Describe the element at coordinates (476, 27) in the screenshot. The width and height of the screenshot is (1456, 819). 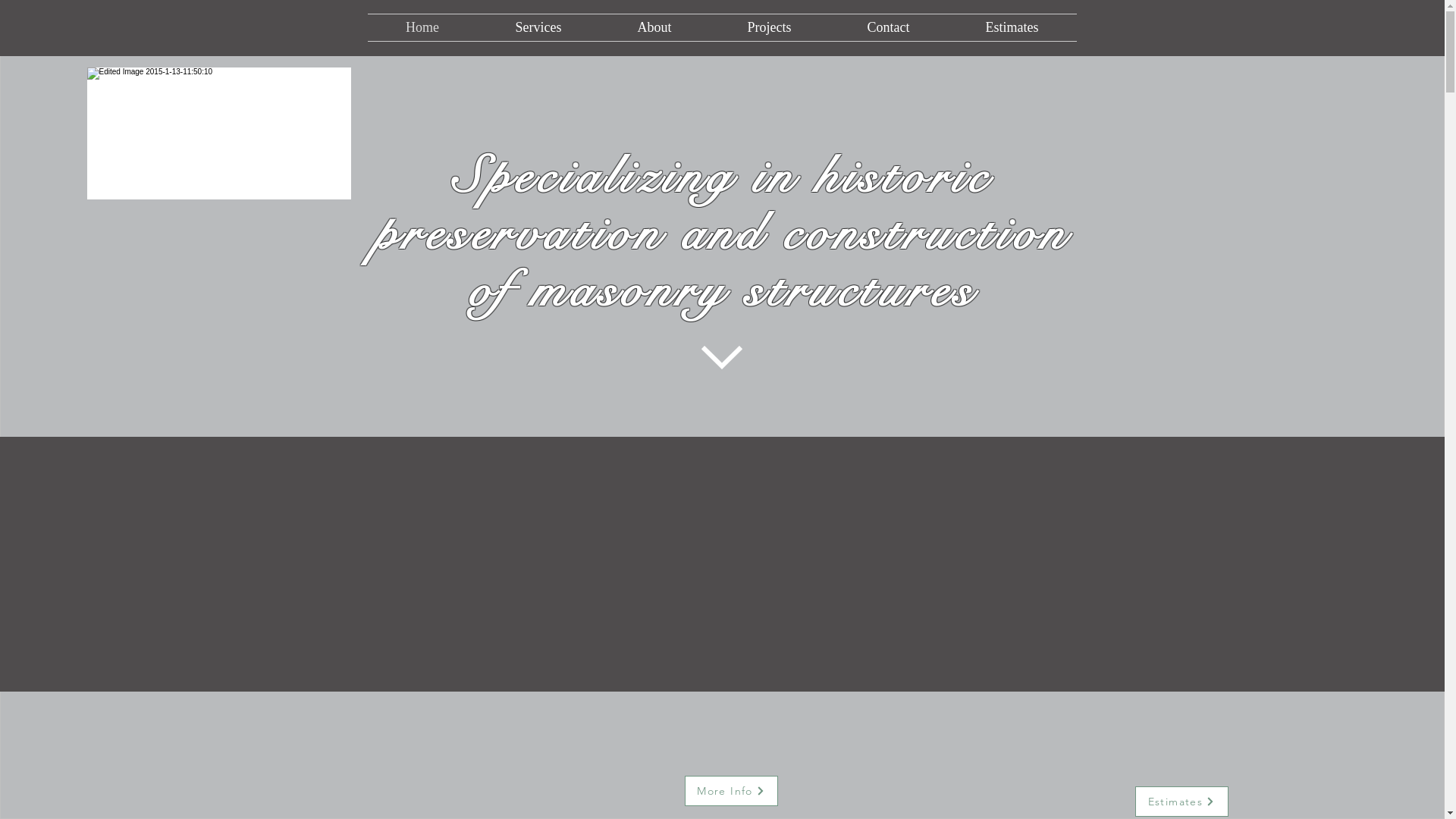
I see `'Services'` at that location.